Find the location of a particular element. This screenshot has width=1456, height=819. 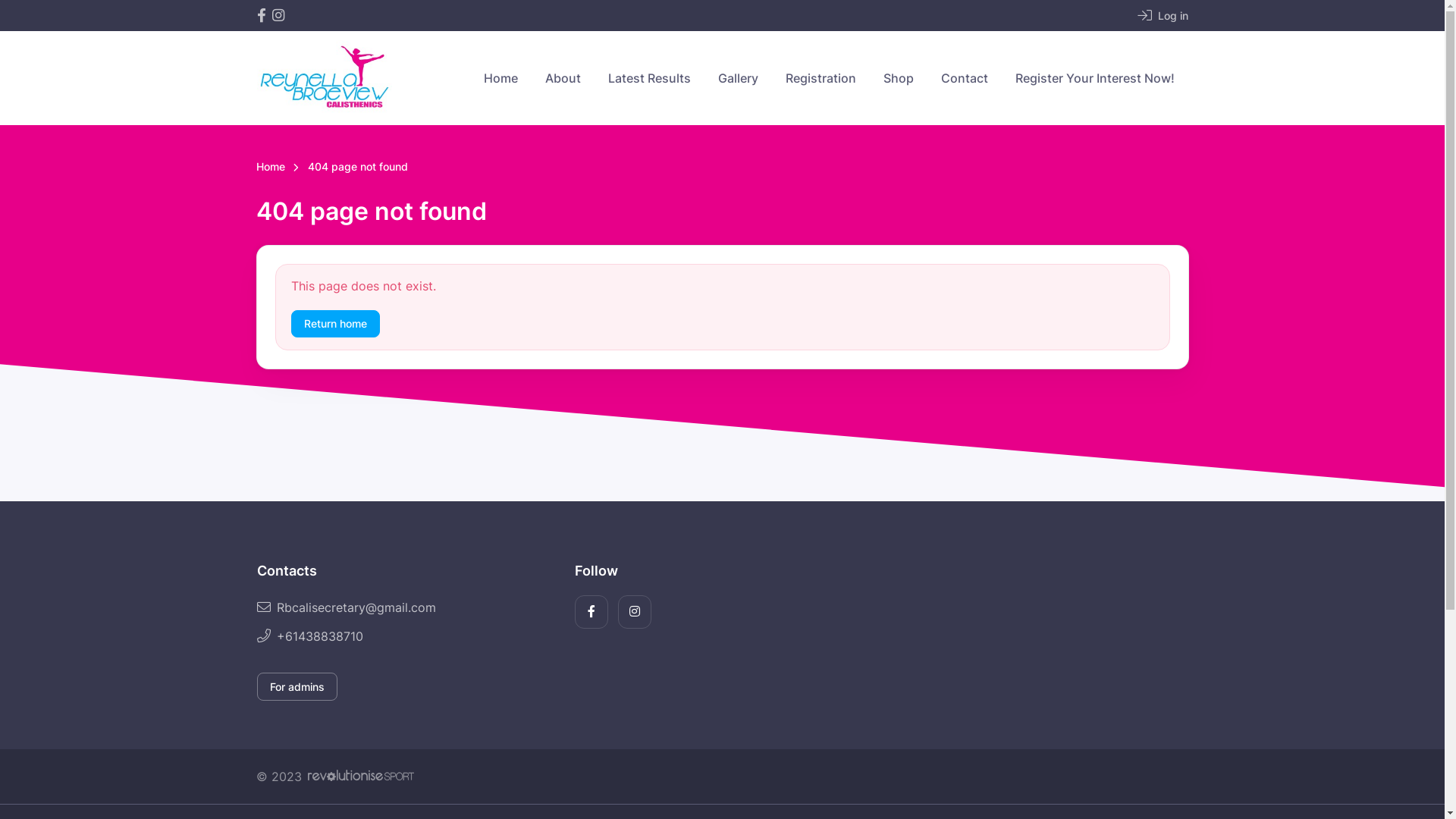

'Shop' is located at coordinates (898, 78).